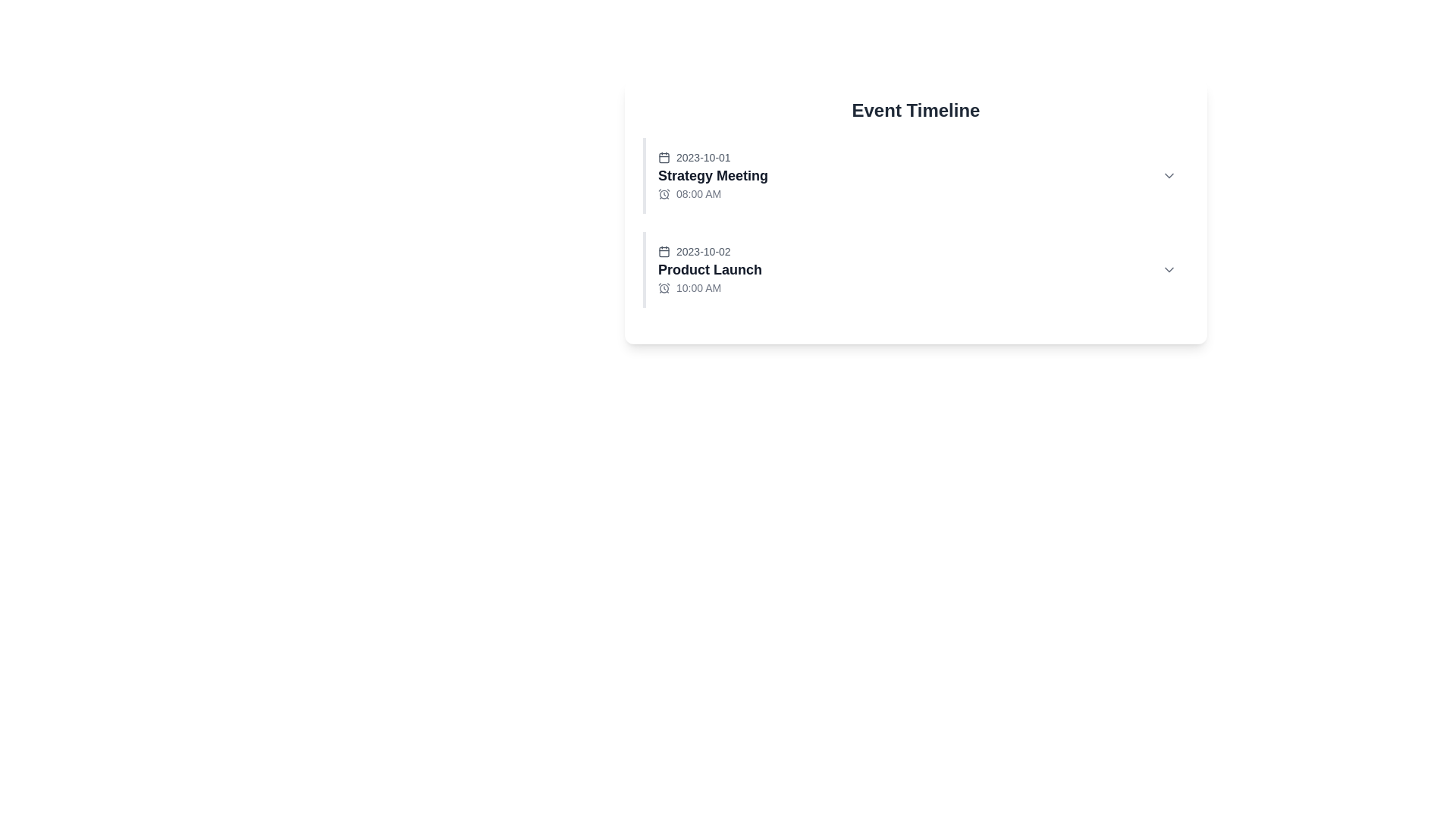 The height and width of the screenshot is (819, 1456). I want to click on the rounded rectangle representing the calendar icon located to the left of the text '2023-10-02 Product Launch' in the event timeline, so click(664, 250).